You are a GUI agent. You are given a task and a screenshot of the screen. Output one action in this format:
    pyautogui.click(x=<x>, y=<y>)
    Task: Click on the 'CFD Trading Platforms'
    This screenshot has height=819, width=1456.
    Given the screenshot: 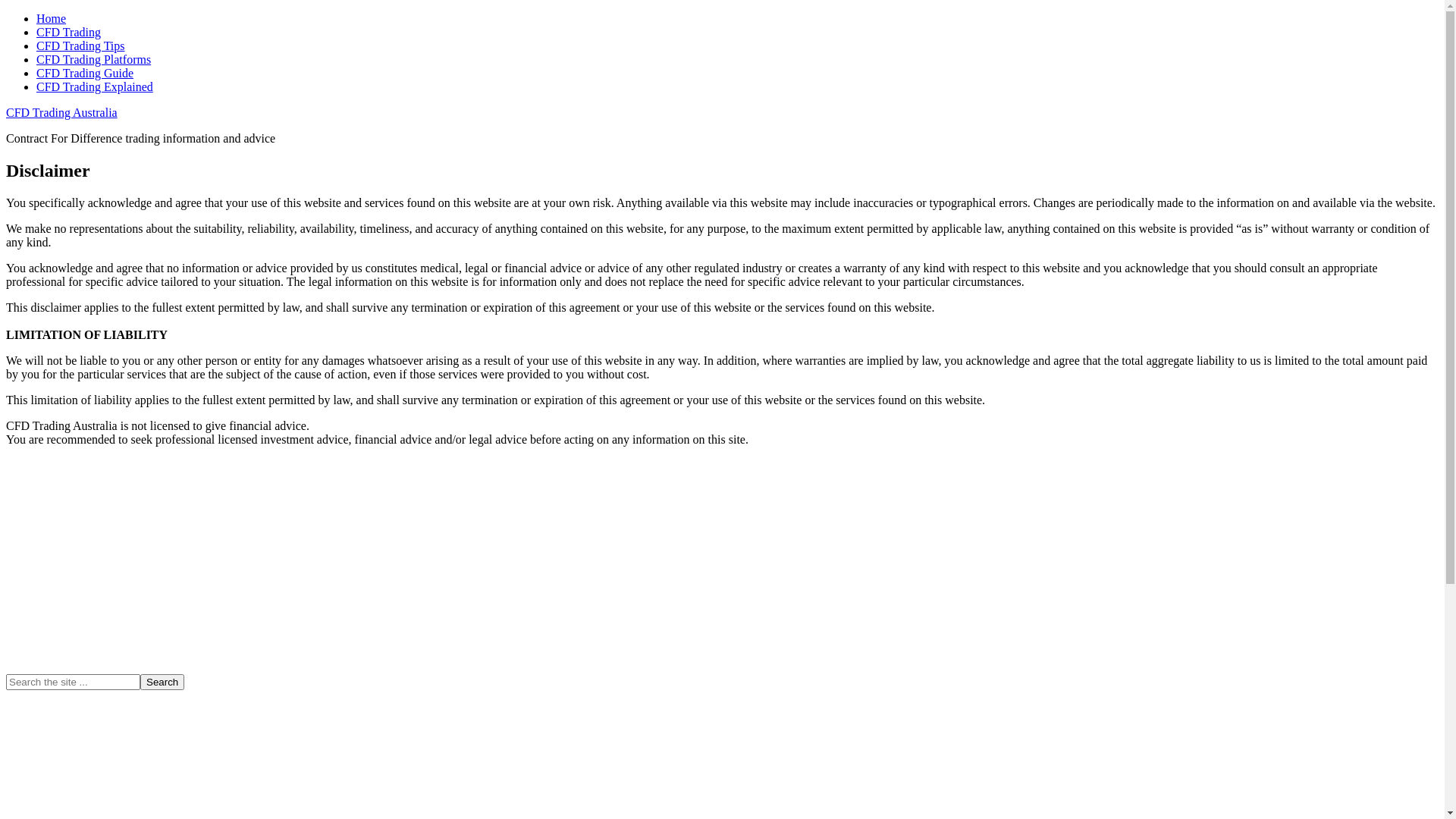 What is the action you would take?
    pyautogui.click(x=93, y=58)
    